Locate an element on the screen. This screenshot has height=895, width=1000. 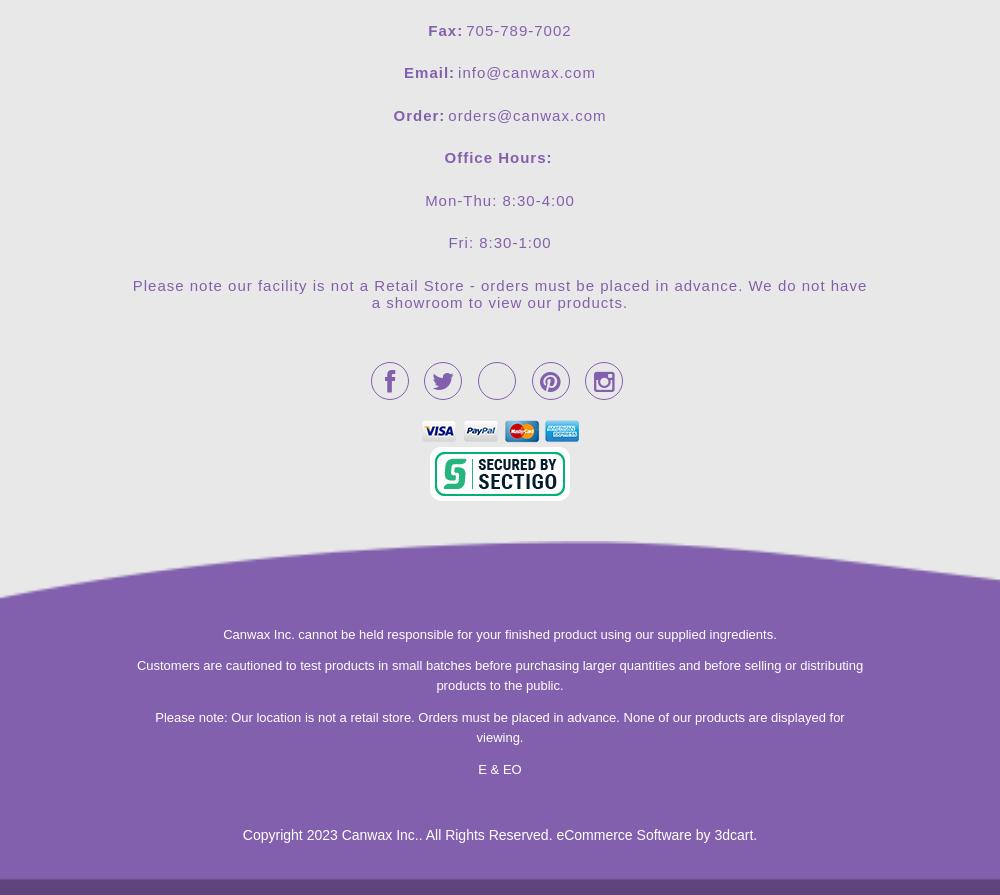
'Fri: 8:30-1:00' is located at coordinates (498, 242).